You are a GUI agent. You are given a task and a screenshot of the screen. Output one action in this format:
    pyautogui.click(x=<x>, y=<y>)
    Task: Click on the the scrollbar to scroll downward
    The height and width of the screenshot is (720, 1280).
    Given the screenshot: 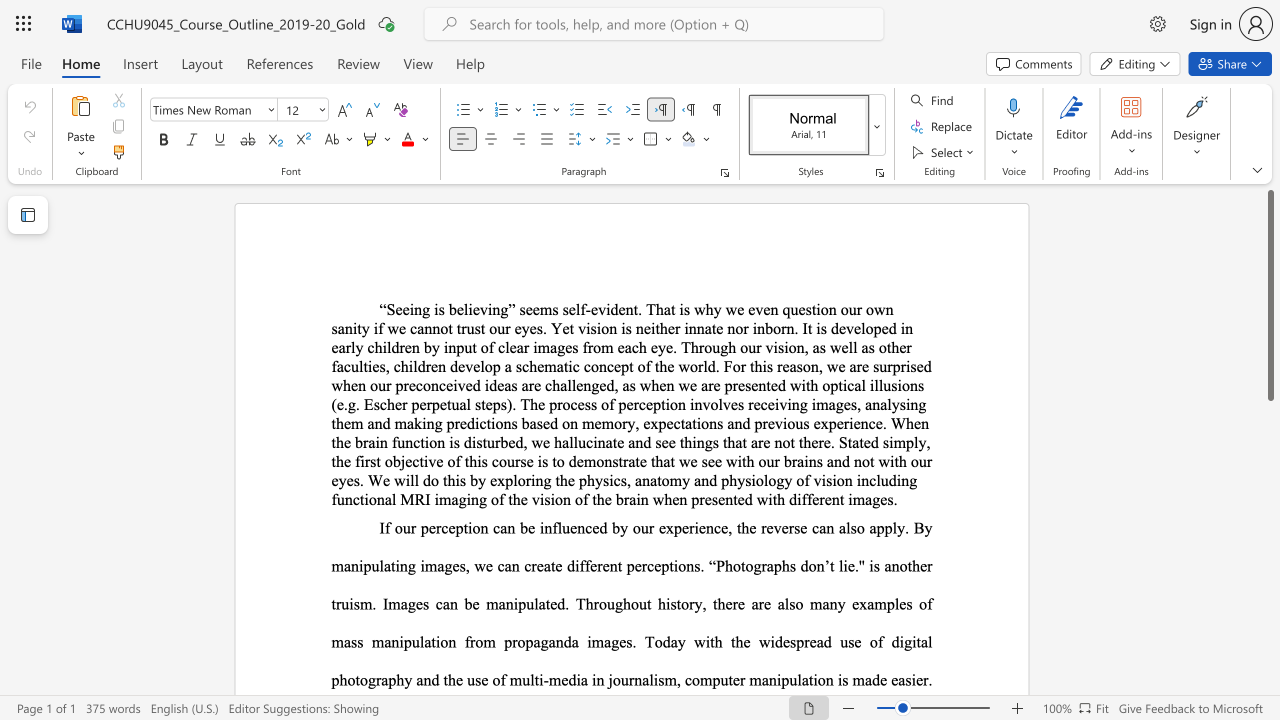 What is the action you would take?
    pyautogui.click(x=1269, y=640)
    